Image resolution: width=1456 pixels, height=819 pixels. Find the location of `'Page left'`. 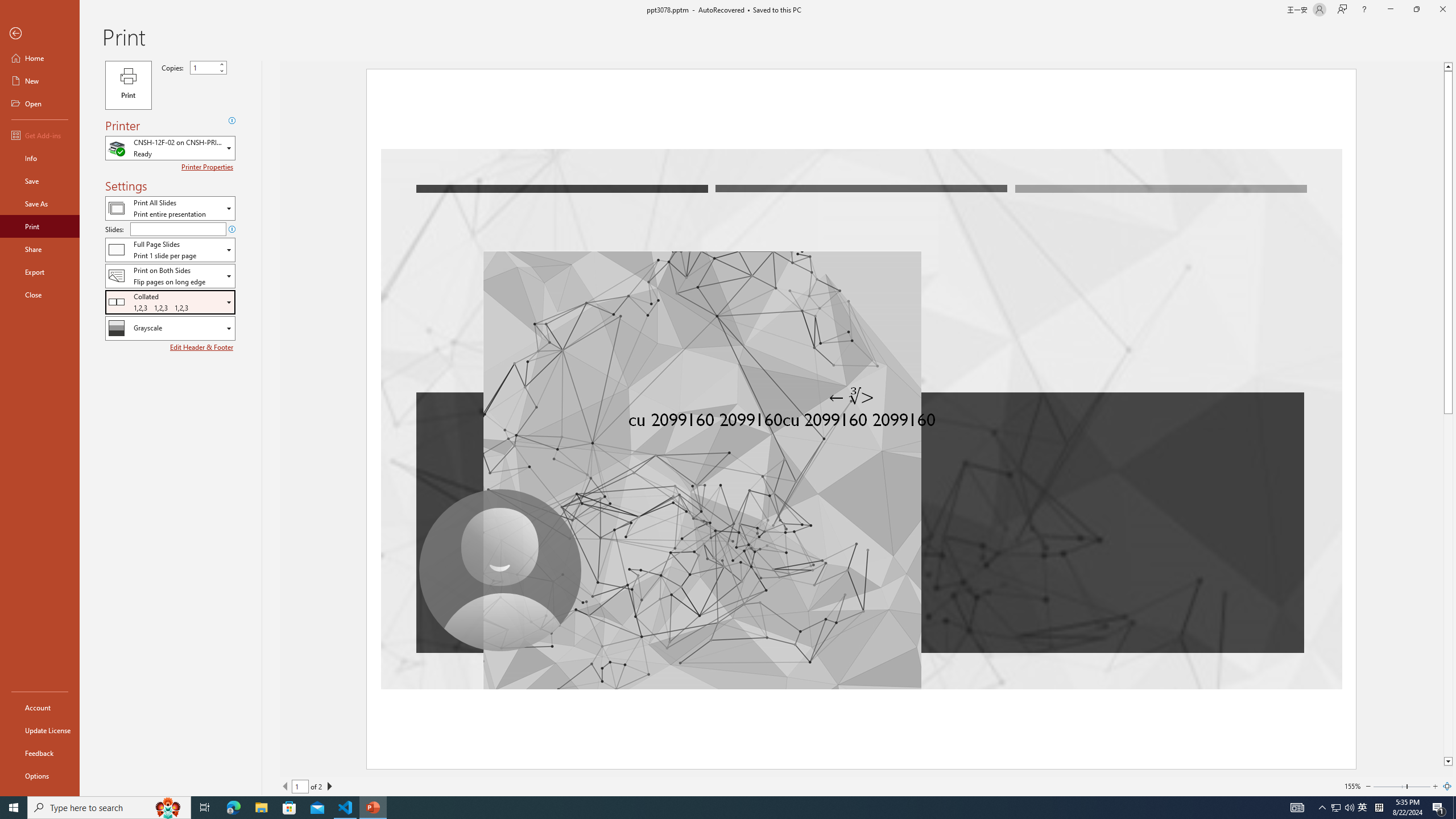

'Page left' is located at coordinates (1389, 786).